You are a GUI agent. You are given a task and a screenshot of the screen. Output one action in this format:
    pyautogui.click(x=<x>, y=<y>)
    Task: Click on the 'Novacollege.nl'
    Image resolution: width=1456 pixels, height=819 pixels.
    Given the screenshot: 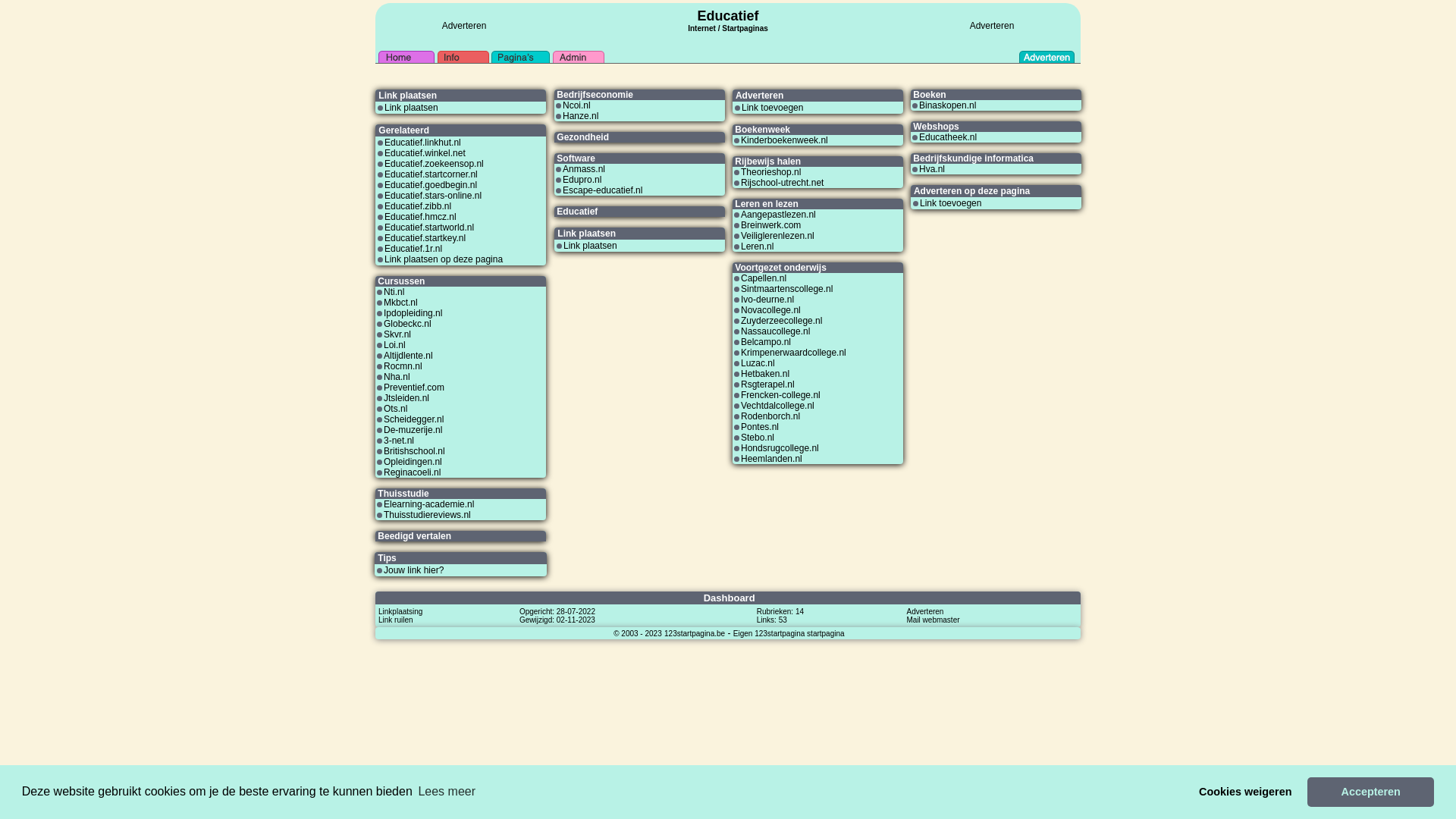 What is the action you would take?
    pyautogui.click(x=770, y=309)
    